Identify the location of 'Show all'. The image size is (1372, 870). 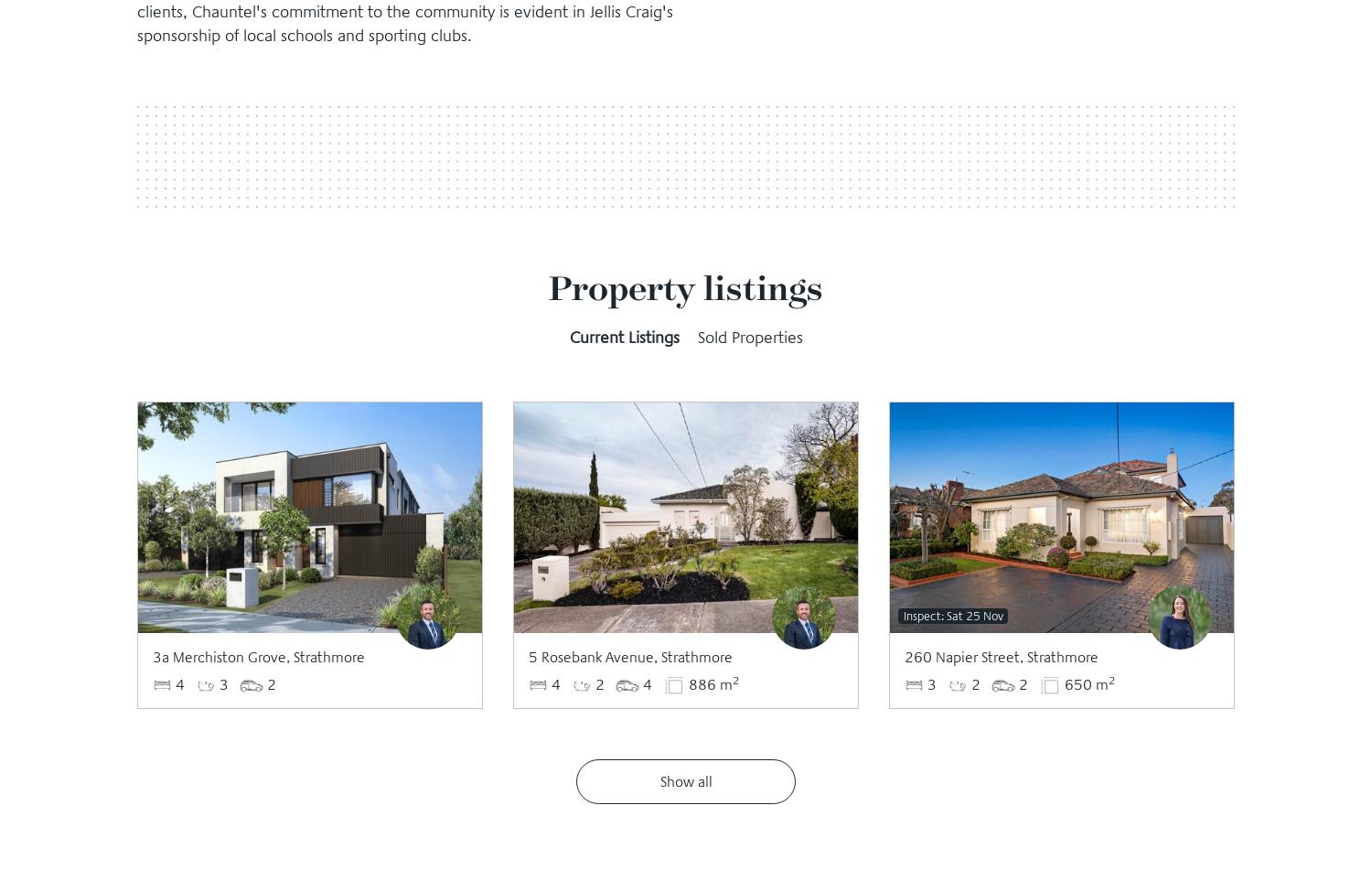
(659, 779).